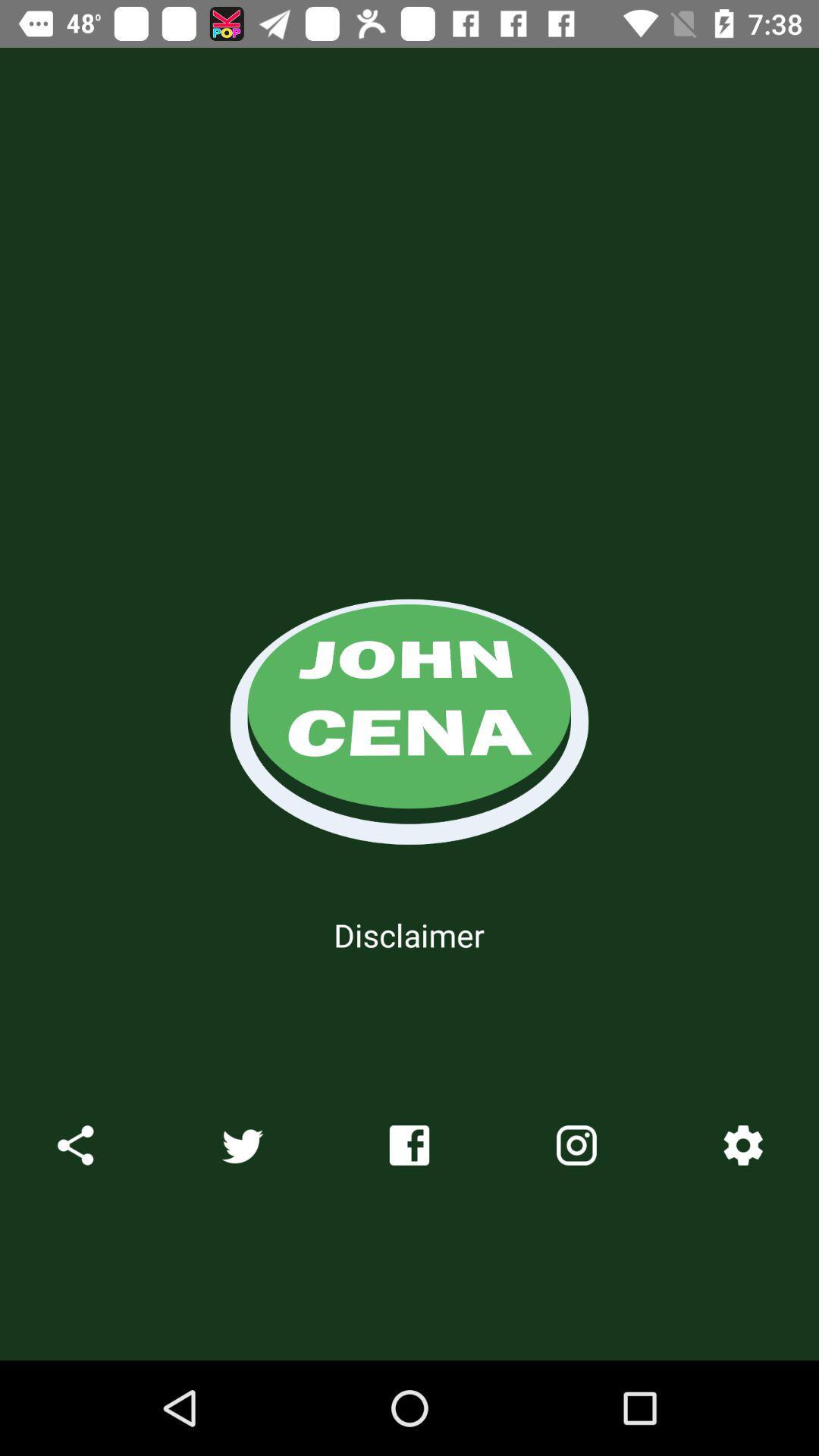  I want to click on the facebook icon, so click(409, 1145).